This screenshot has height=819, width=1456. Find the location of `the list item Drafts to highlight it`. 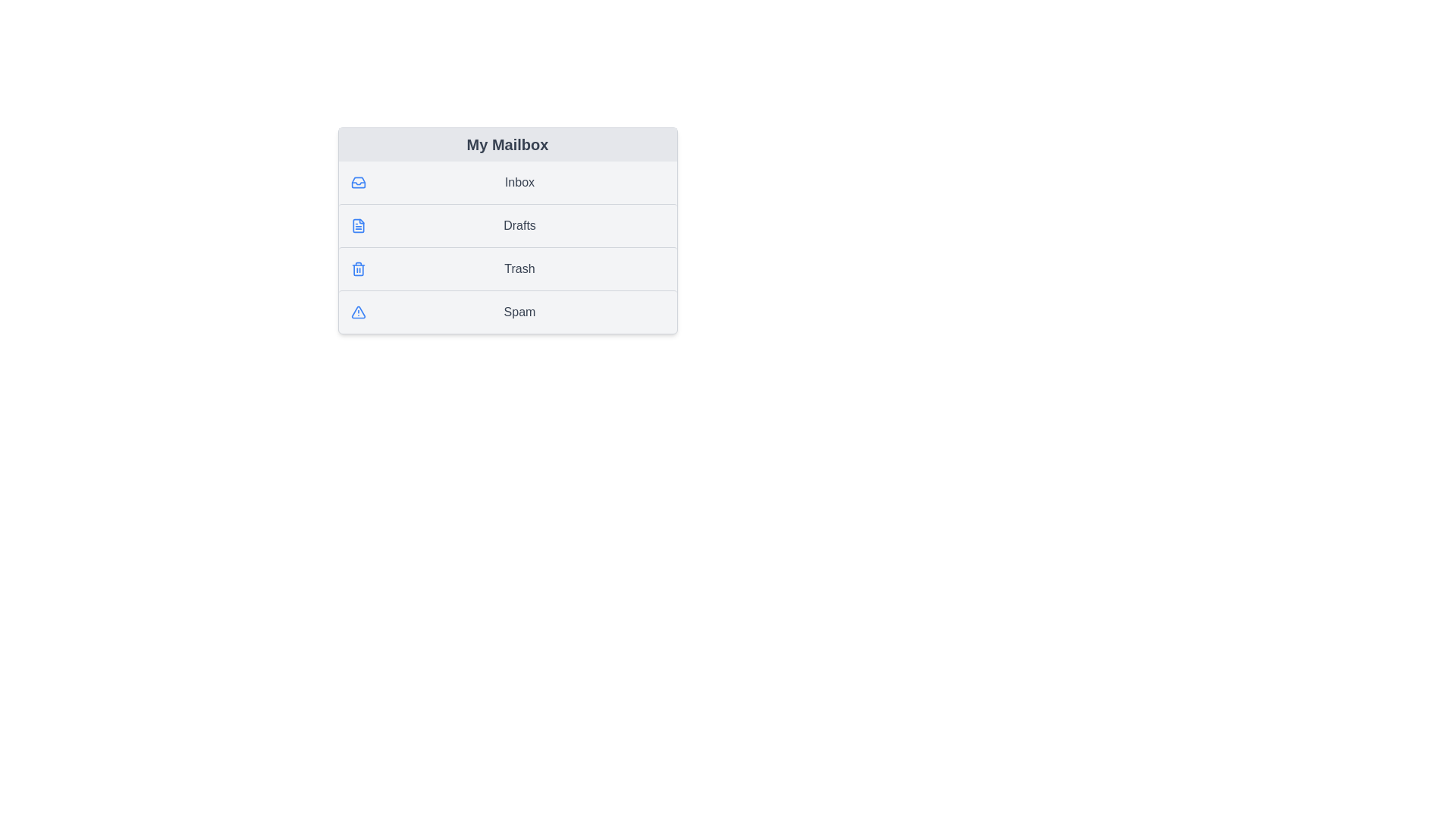

the list item Drafts to highlight it is located at coordinates (507, 225).